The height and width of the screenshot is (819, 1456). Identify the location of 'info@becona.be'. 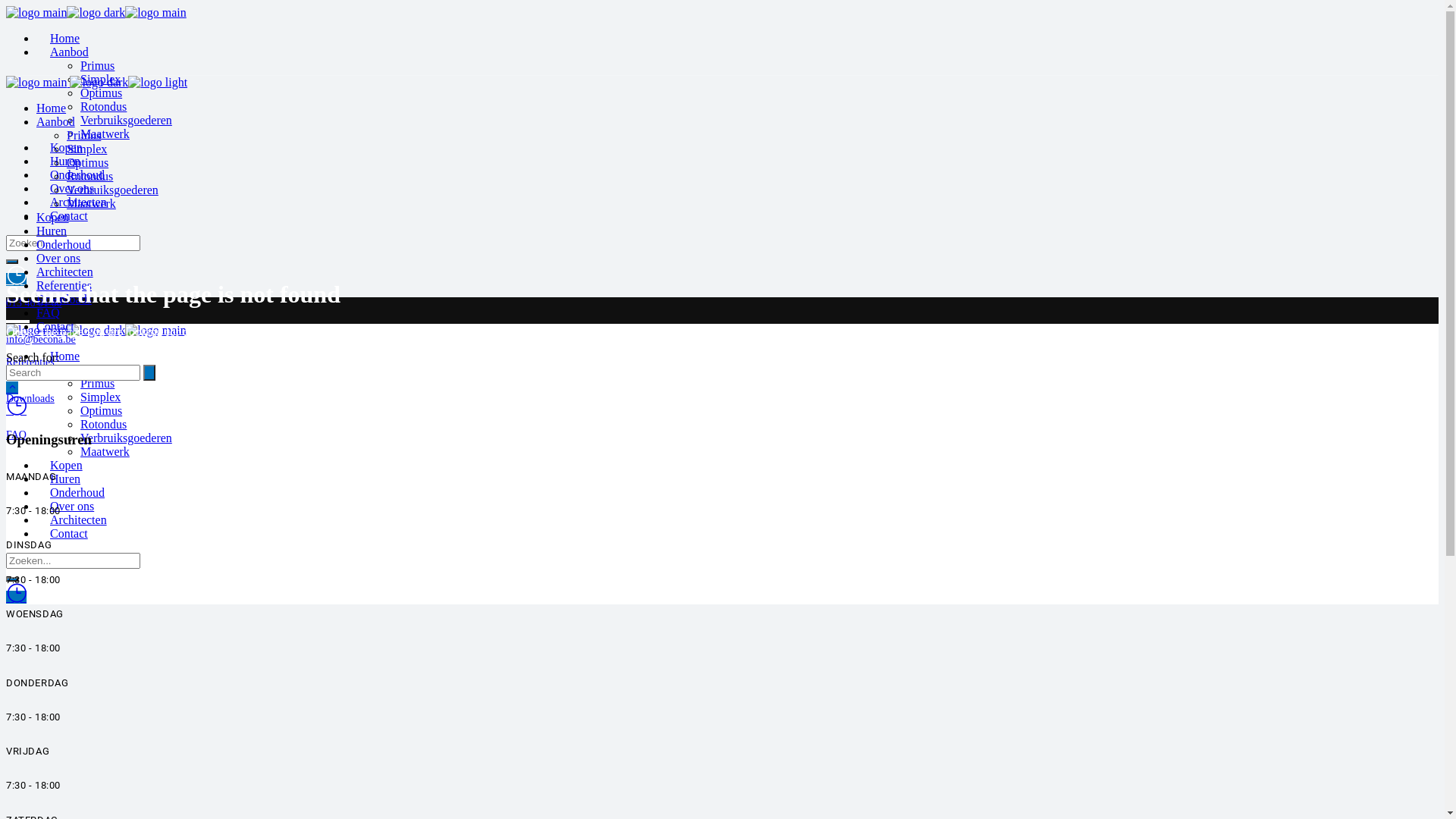
(6, 338).